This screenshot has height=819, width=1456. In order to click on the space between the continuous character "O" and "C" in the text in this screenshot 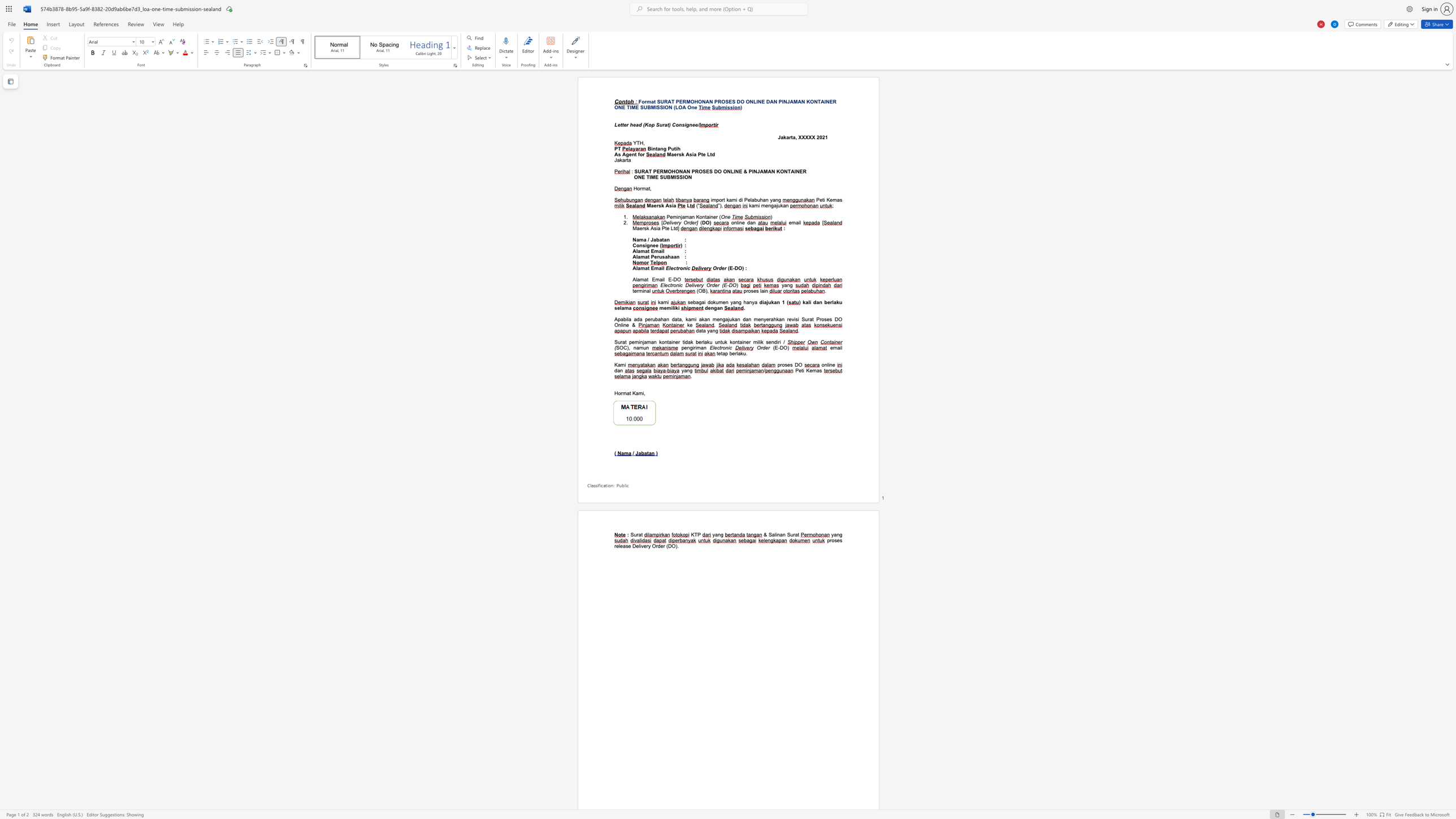, I will do `click(623, 347)`.